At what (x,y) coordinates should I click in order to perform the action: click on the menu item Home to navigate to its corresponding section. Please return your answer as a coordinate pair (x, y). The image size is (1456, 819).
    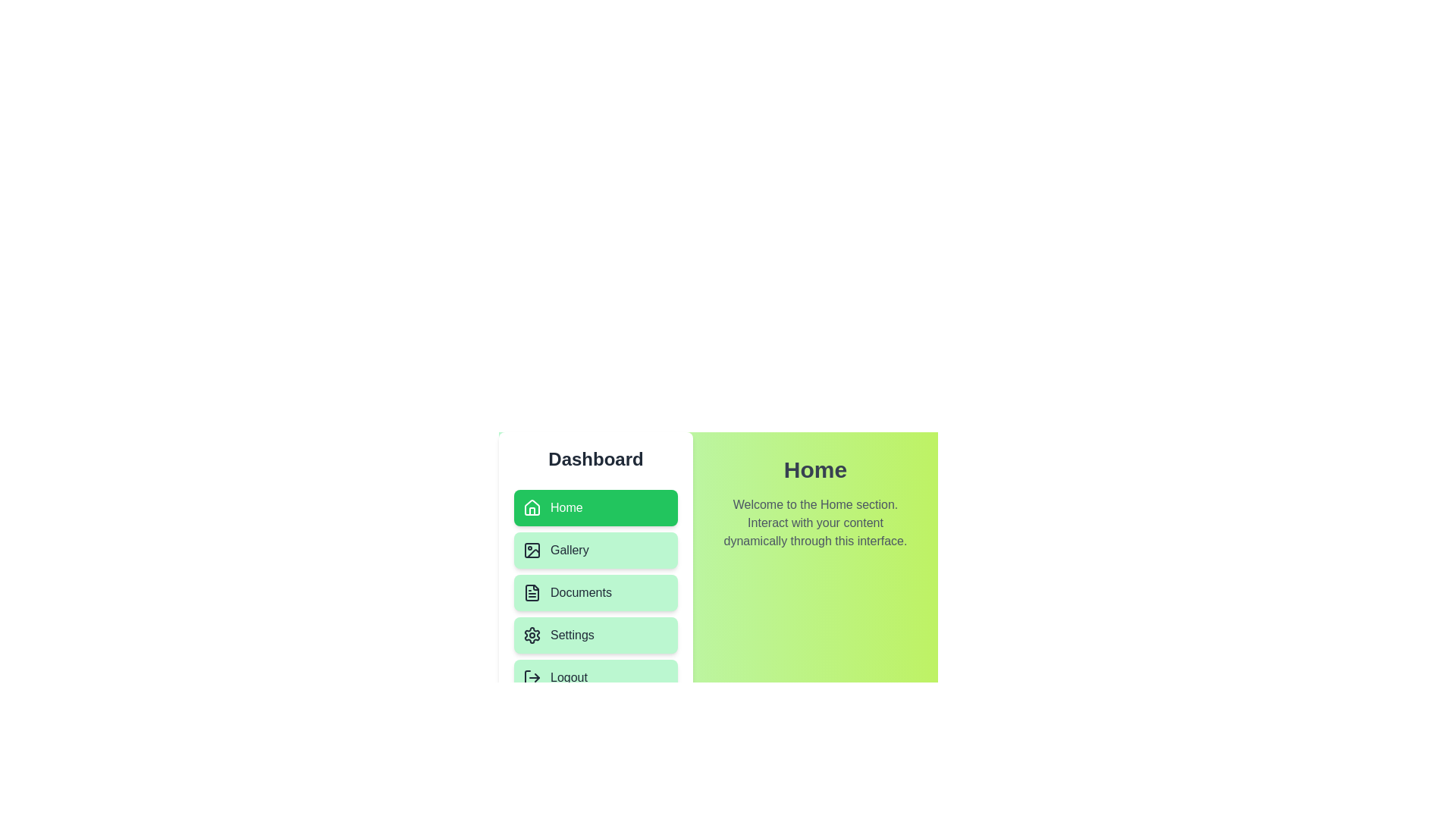
    Looking at the image, I should click on (595, 508).